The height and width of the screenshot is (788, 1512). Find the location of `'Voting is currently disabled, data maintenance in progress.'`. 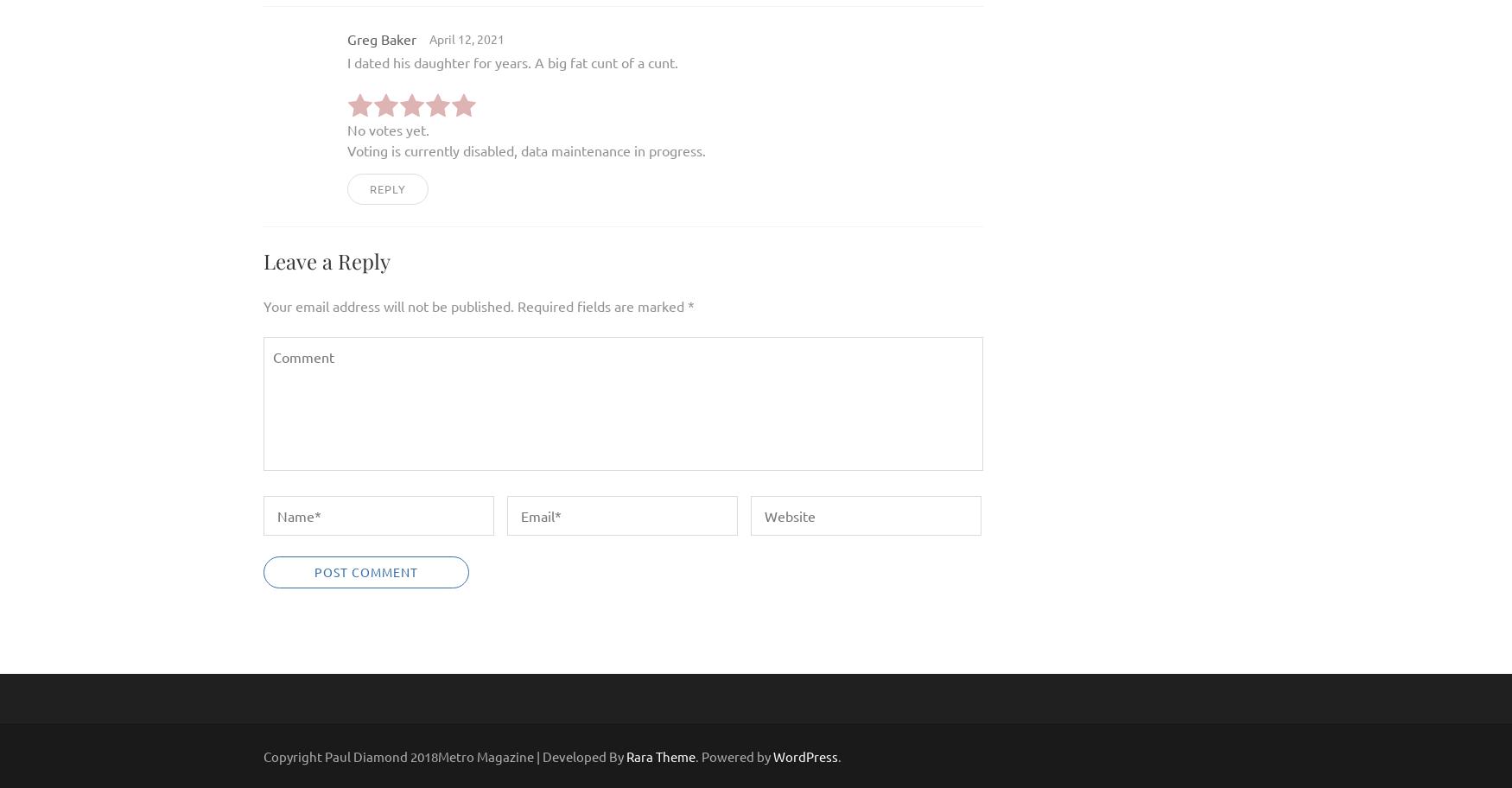

'Voting is currently disabled, data maintenance in progress.' is located at coordinates (346, 149).